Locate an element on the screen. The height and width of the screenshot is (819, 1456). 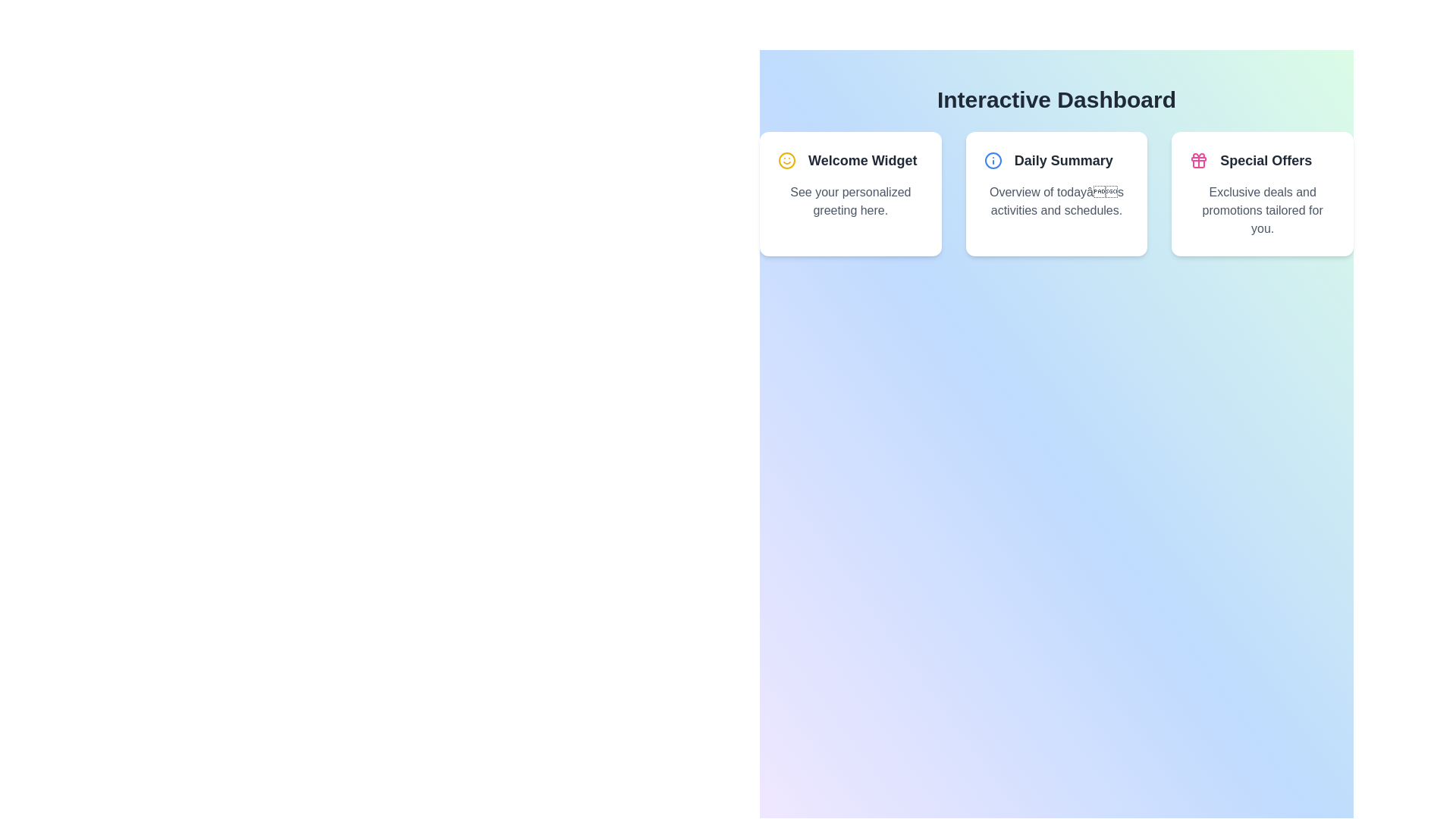
the central blue circular vector graphic element of the SVG icon located near the 'Daily Summary' widget is located at coordinates (993, 161).